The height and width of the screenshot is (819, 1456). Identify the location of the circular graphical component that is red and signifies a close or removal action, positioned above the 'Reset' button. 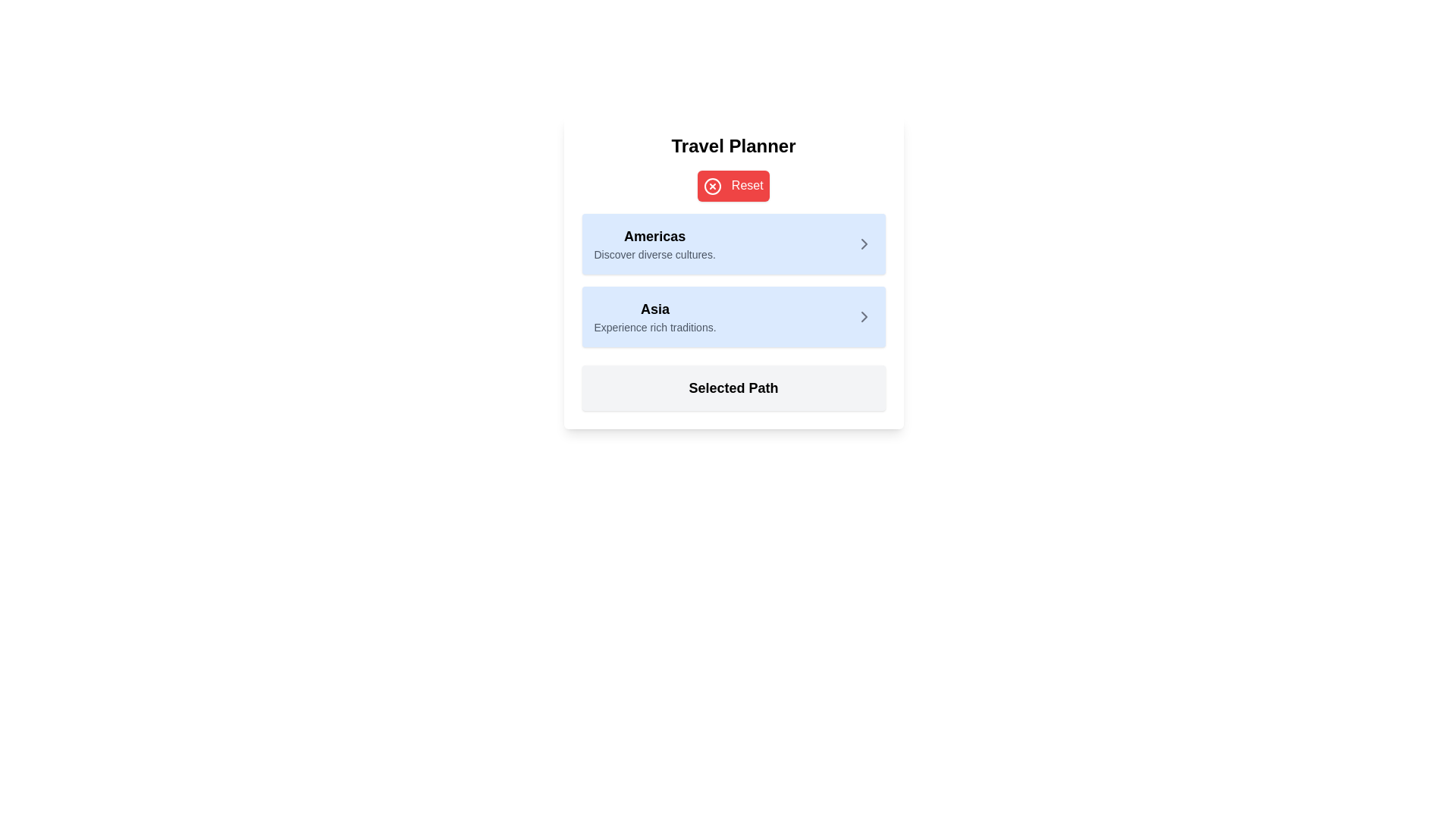
(712, 185).